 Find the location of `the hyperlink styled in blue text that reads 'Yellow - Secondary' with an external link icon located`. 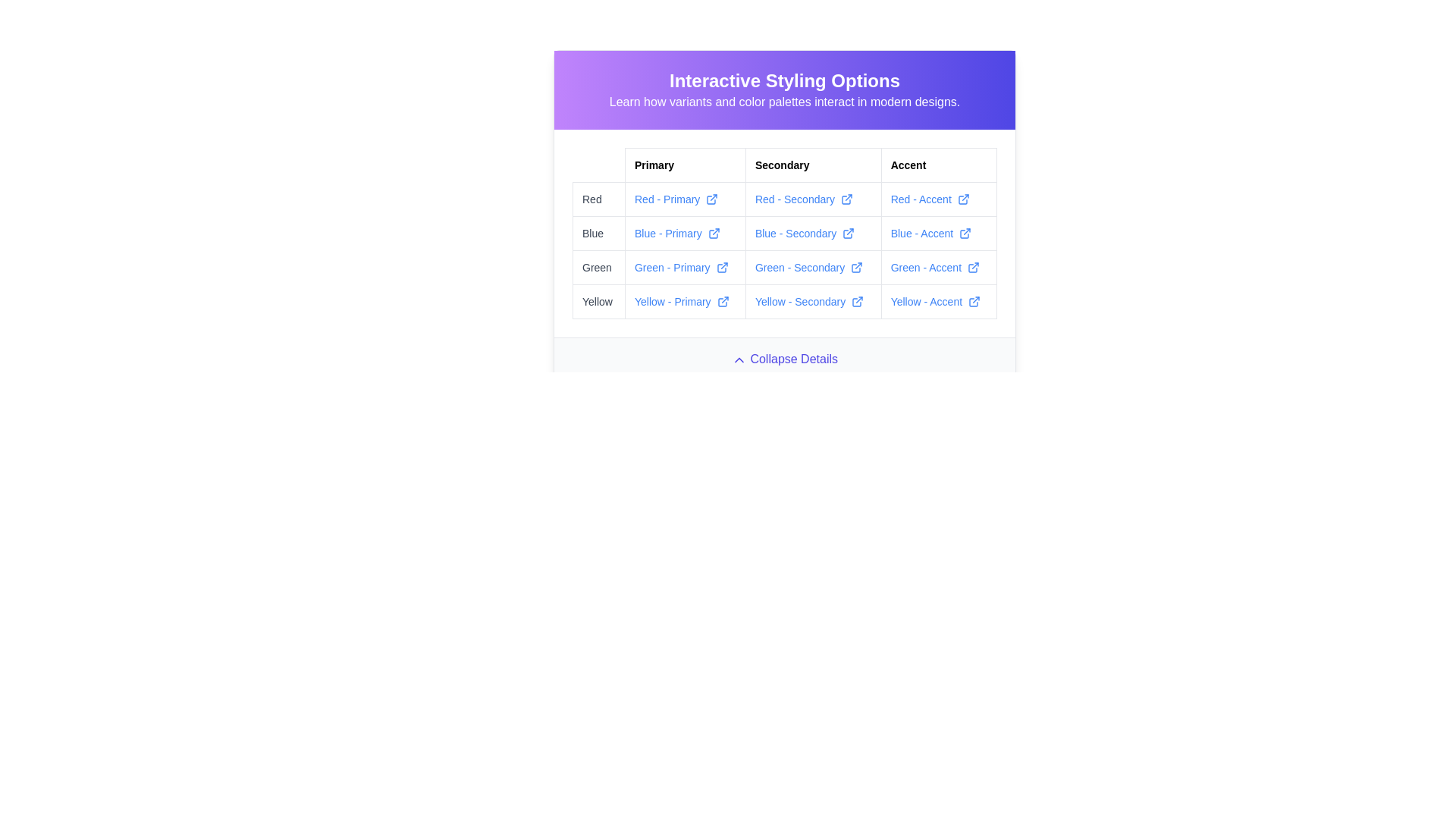

the hyperlink styled in blue text that reads 'Yellow - Secondary' with an external link icon located is located at coordinates (808, 301).